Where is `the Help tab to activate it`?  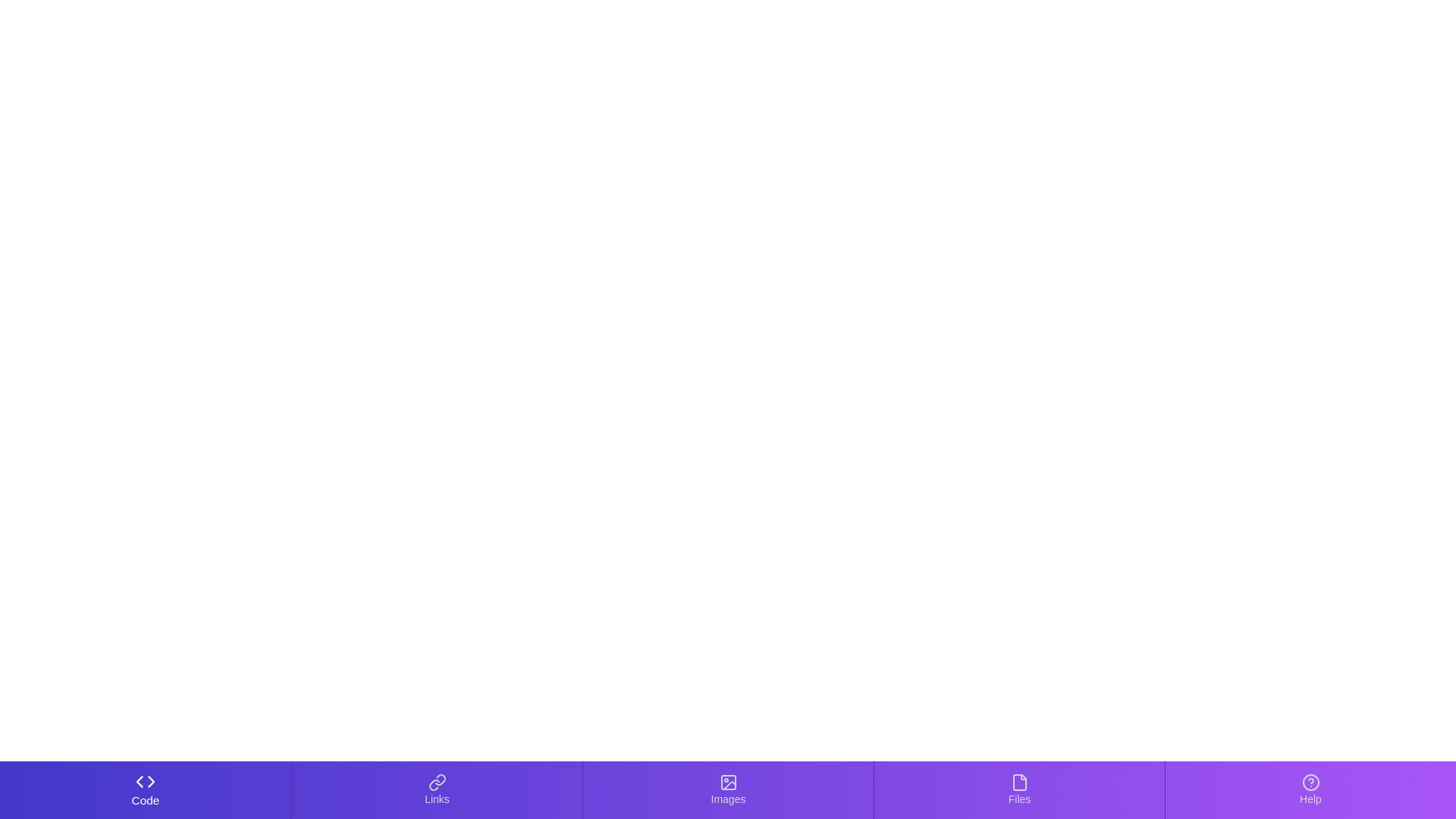 the Help tab to activate it is located at coordinates (1310, 789).